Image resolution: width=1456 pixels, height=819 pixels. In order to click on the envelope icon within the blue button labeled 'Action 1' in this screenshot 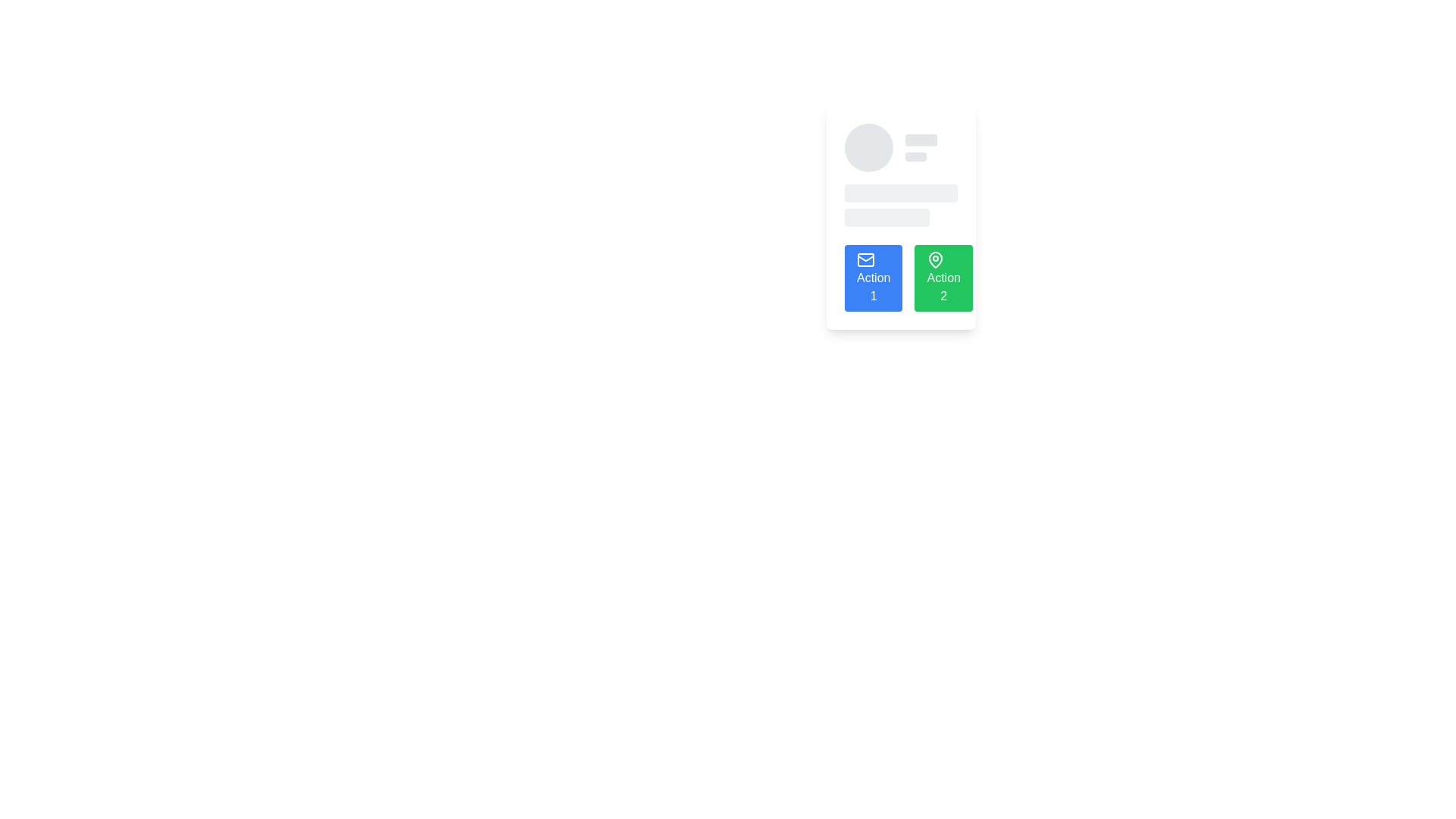, I will do `click(866, 259)`.